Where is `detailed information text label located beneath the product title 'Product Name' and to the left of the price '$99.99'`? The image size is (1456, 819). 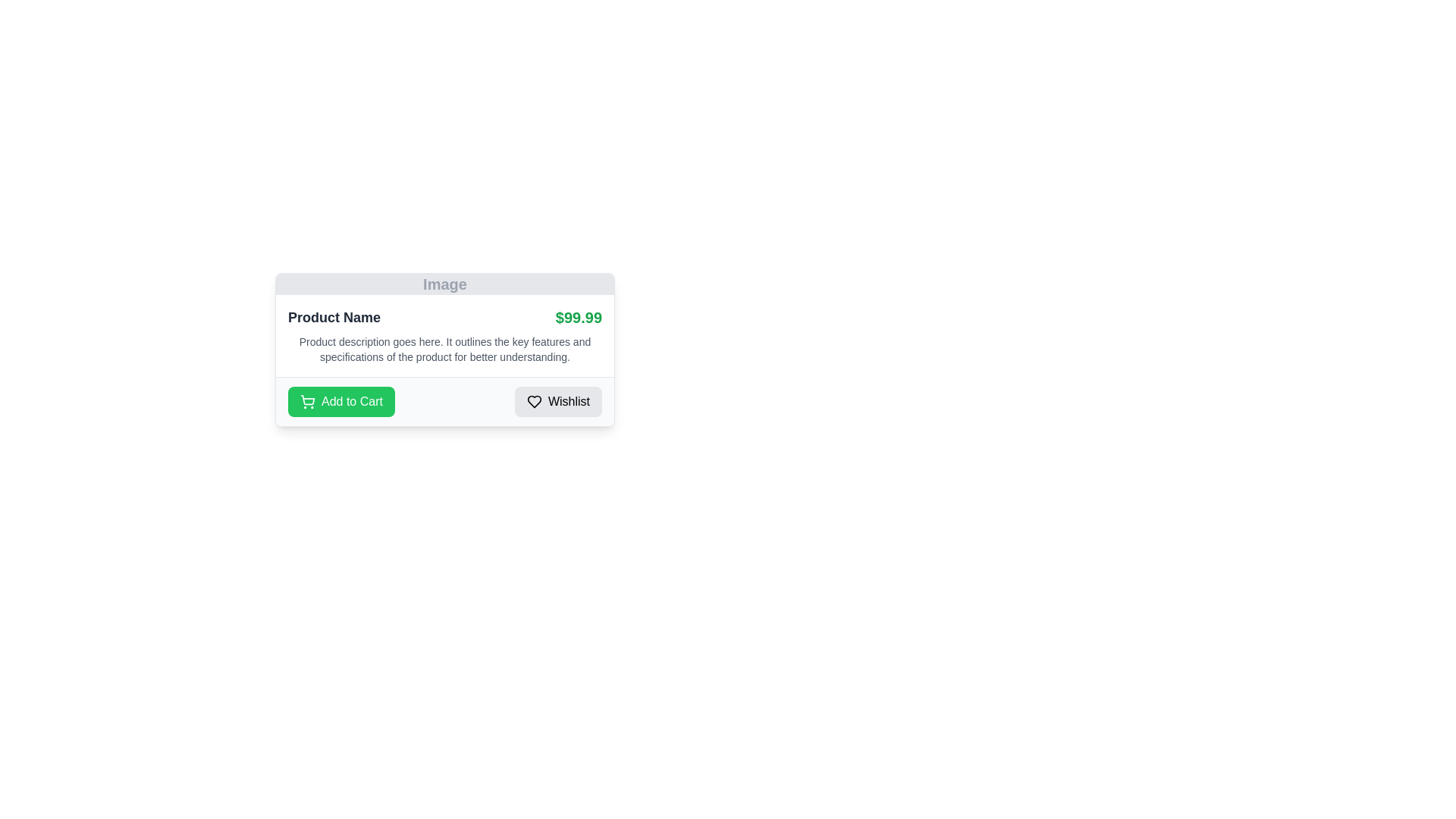
detailed information text label located beneath the product title 'Product Name' and to the left of the price '$99.99' is located at coordinates (444, 350).